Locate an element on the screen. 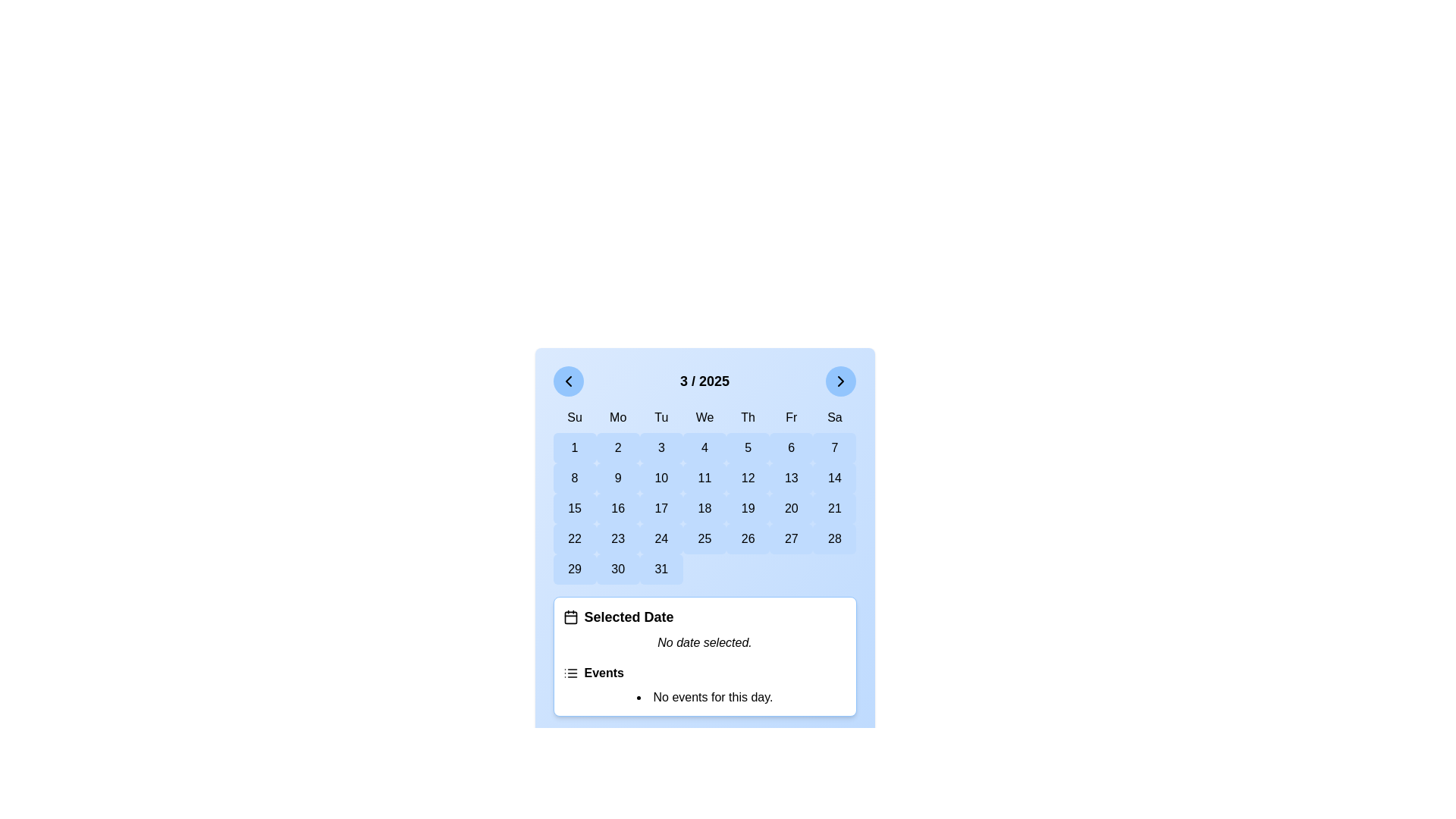 The image size is (1456, 819). the static text label 'Su' which is the first column in a grid of weekday abbreviations, styled with a medium-sized font and a solid light blue background is located at coordinates (574, 418).